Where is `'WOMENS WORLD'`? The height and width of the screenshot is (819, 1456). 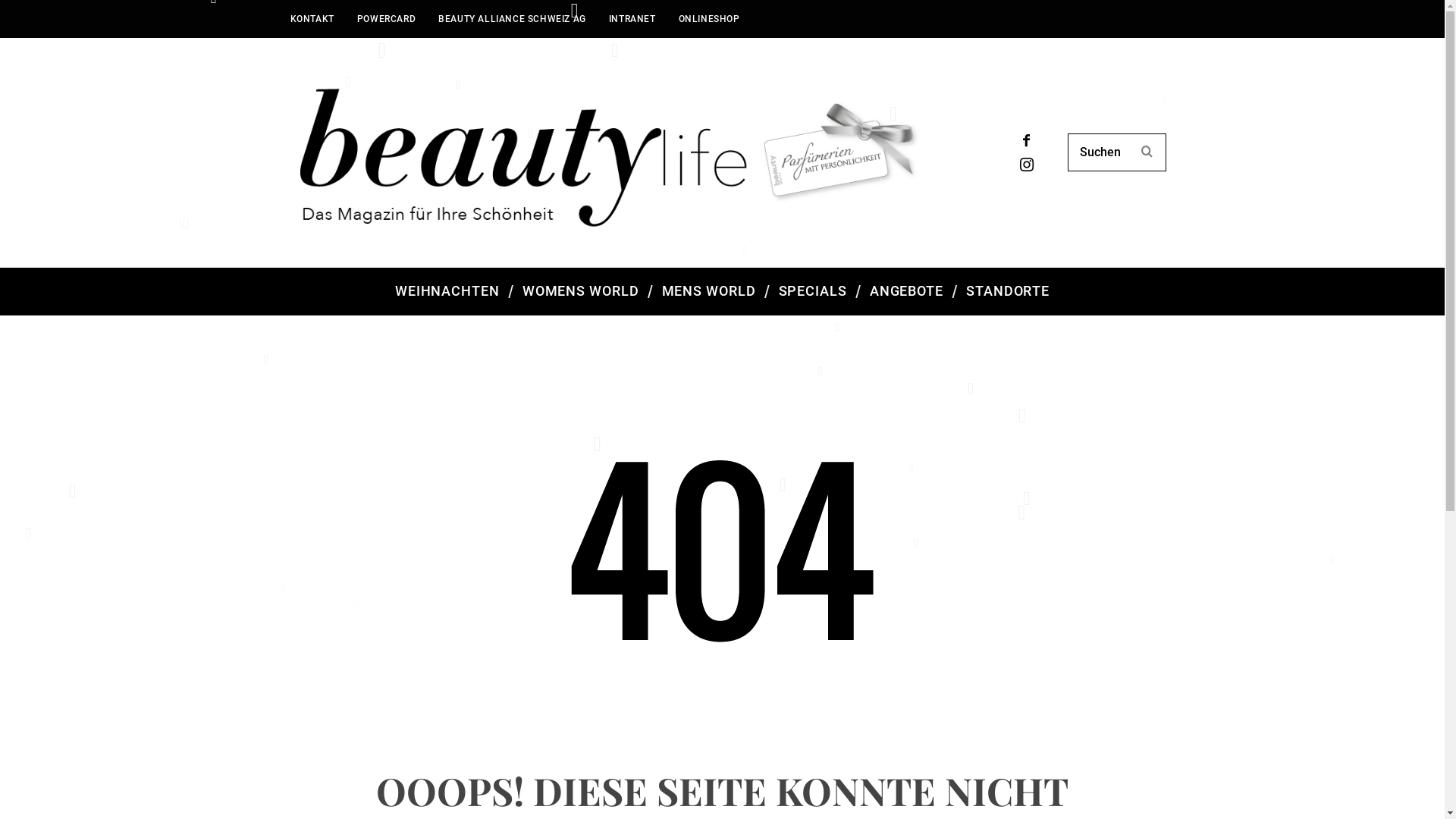
'WOMENS WORLD' is located at coordinates (510, 291).